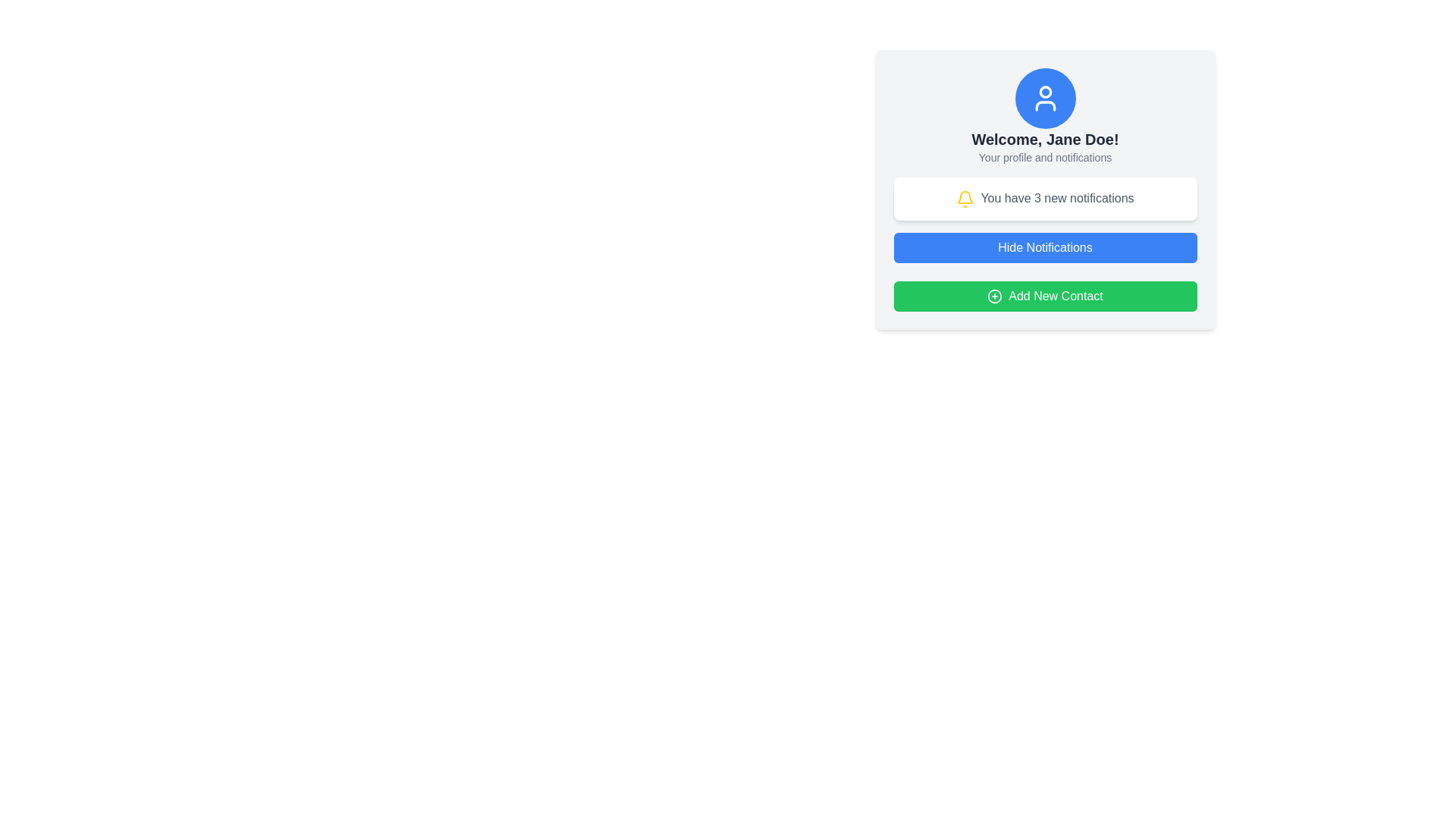 This screenshot has width=1456, height=819. Describe the element at coordinates (1044, 140) in the screenshot. I see `the static text display that shows 'Welcome, Jane Doe!' in bold, dark gray font, positioned below the user avatar and above the smaller text element` at that location.